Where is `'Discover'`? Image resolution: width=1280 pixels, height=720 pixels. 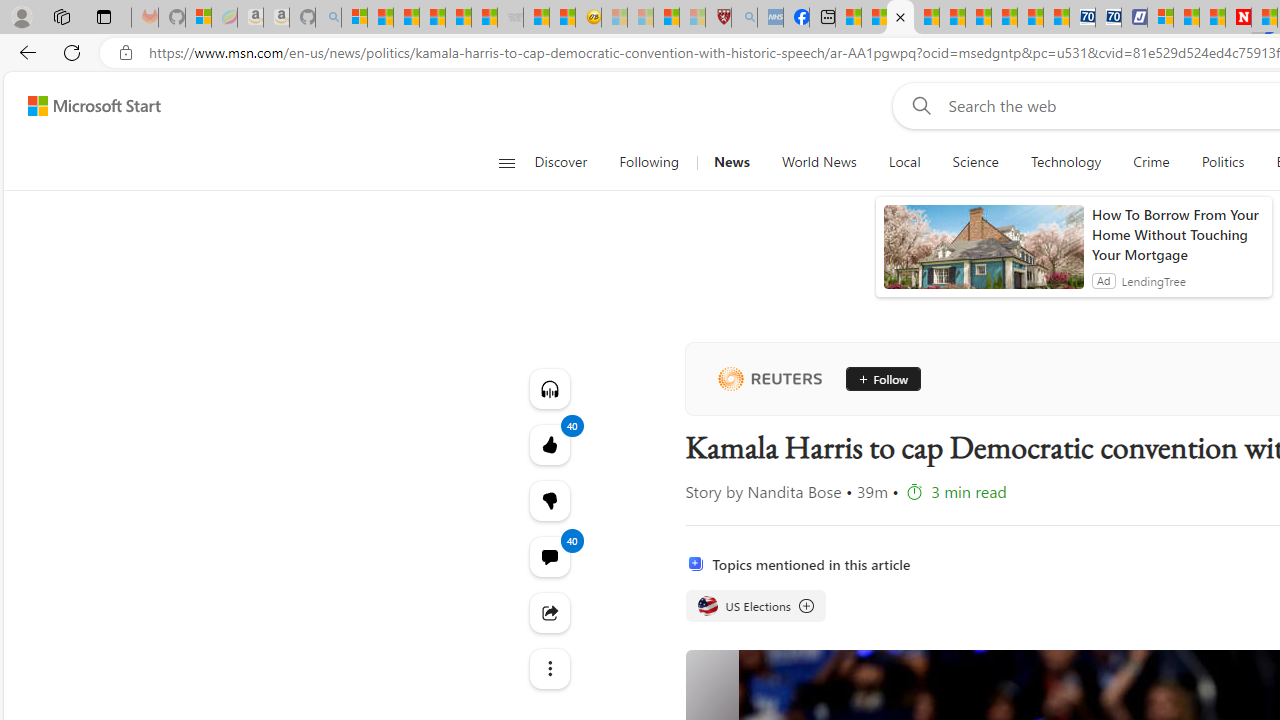
'Discover' is located at coordinates (560, 162).